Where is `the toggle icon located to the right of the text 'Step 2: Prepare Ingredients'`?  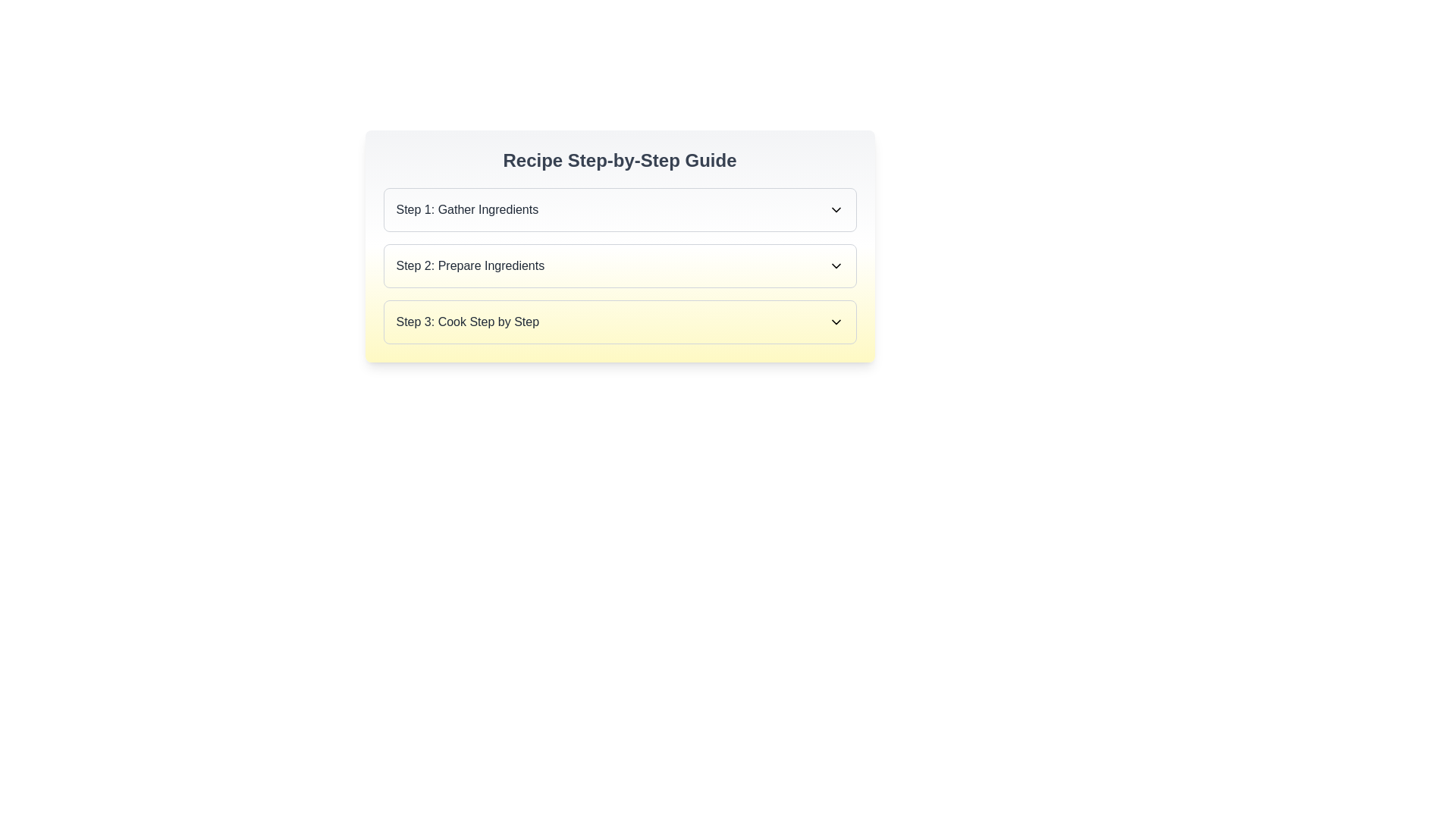
the toggle icon located to the right of the text 'Step 2: Prepare Ingredients' is located at coordinates (835, 265).